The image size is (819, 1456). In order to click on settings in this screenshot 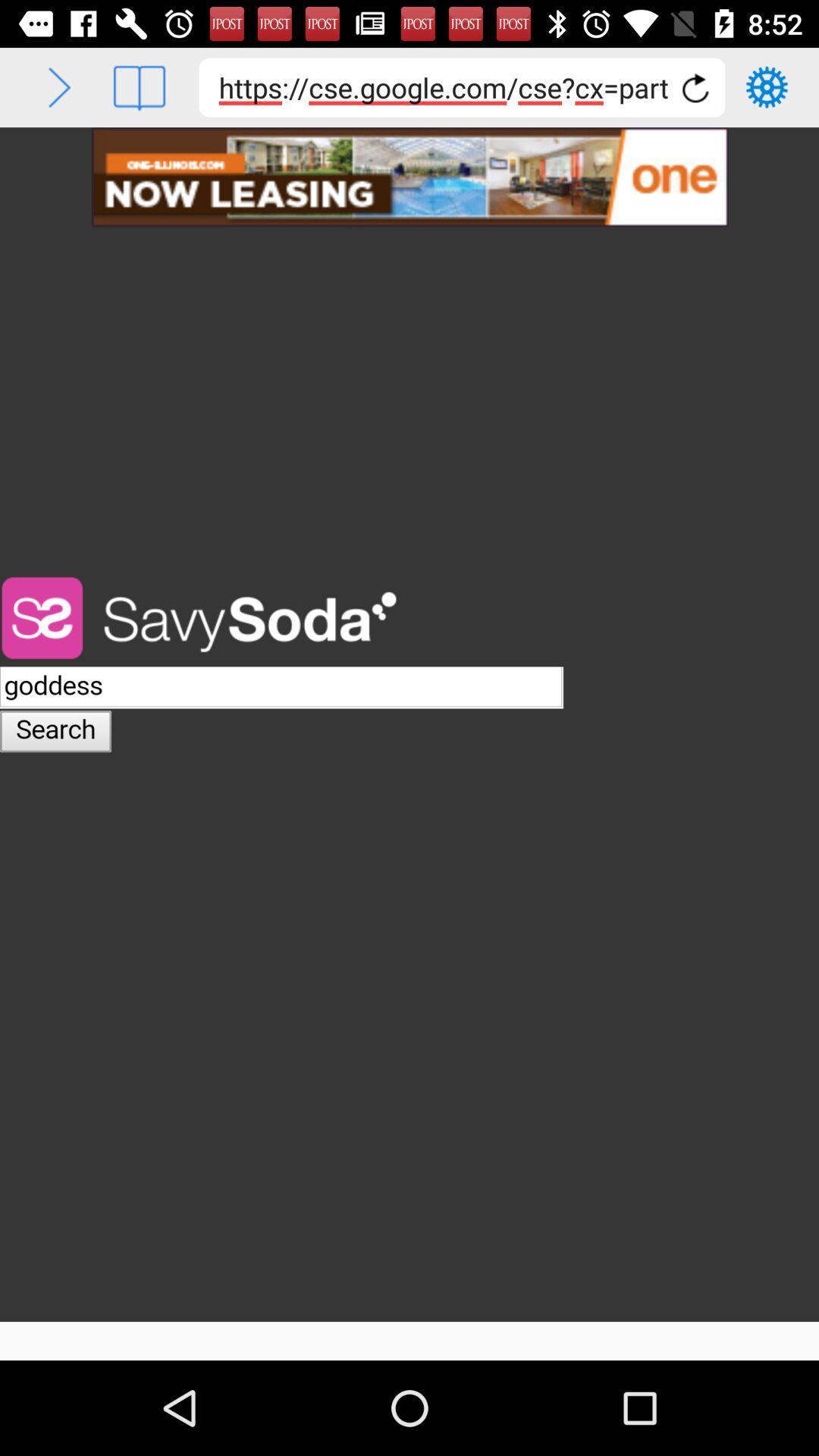, I will do `click(767, 86)`.